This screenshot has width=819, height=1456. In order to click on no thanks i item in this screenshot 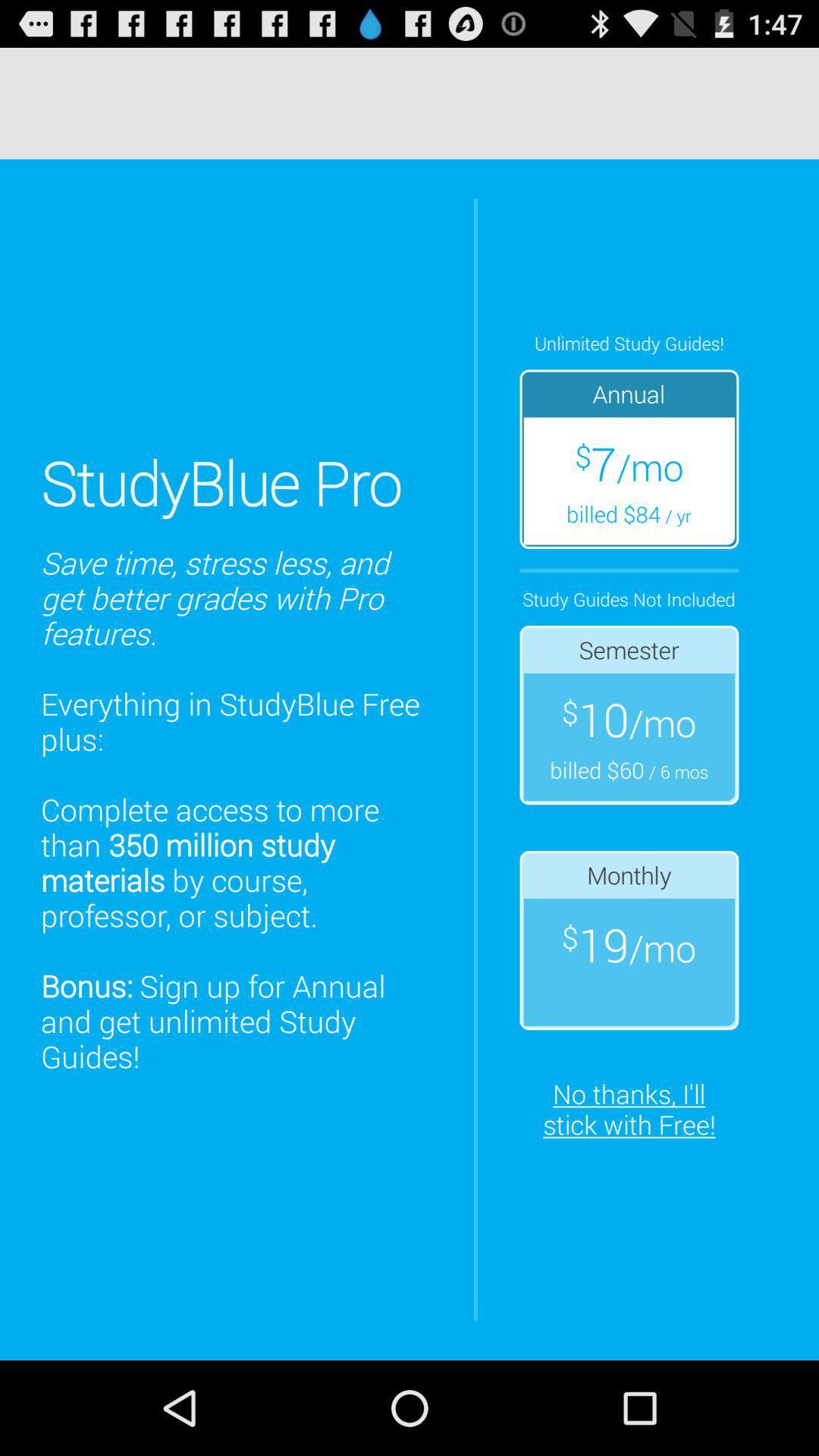, I will do `click(629, 1109)`.